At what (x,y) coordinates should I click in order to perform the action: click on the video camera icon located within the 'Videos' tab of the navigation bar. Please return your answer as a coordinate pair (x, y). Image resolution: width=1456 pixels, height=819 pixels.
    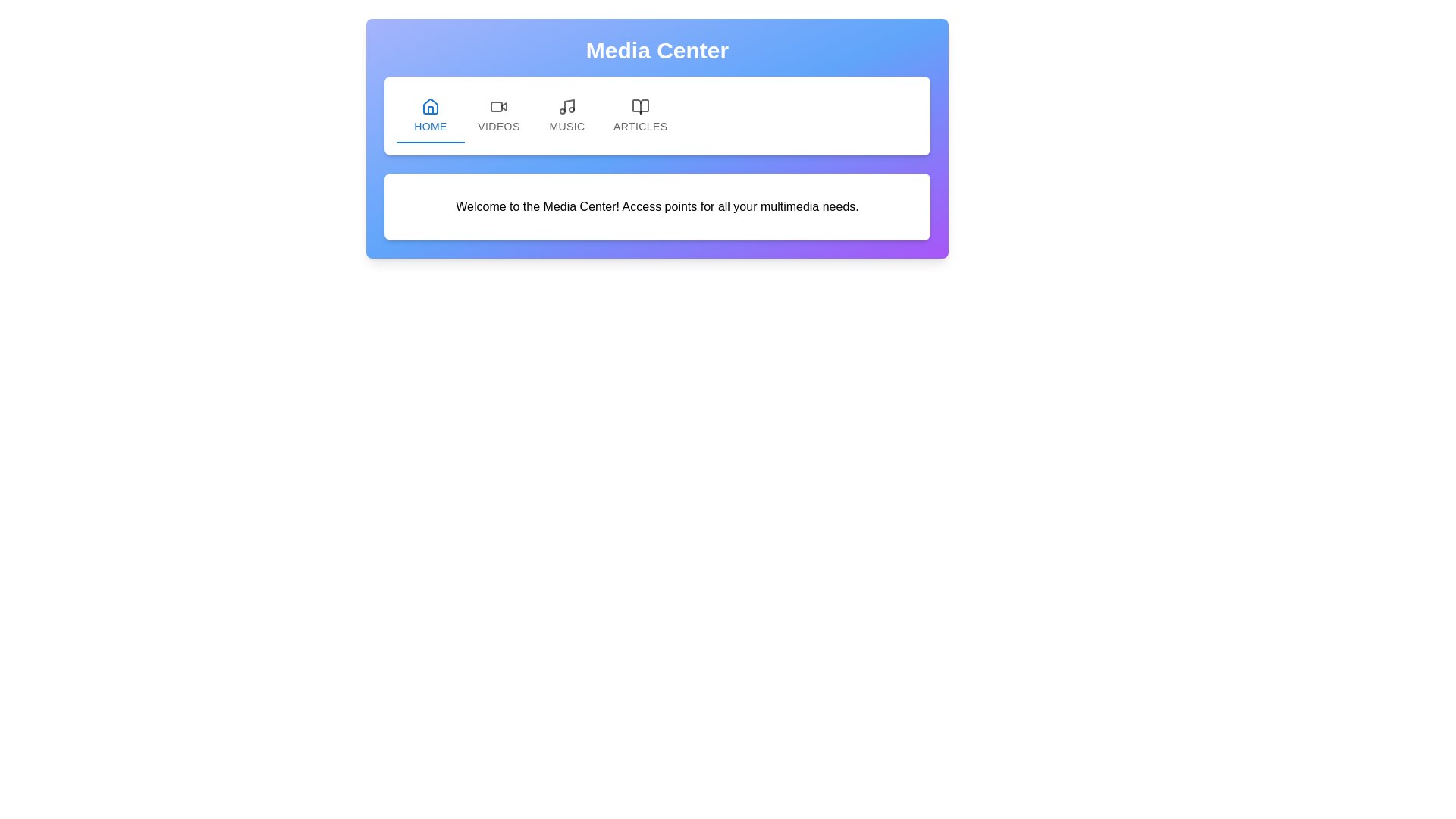
    Looking at the image, I should click on (498, 106).